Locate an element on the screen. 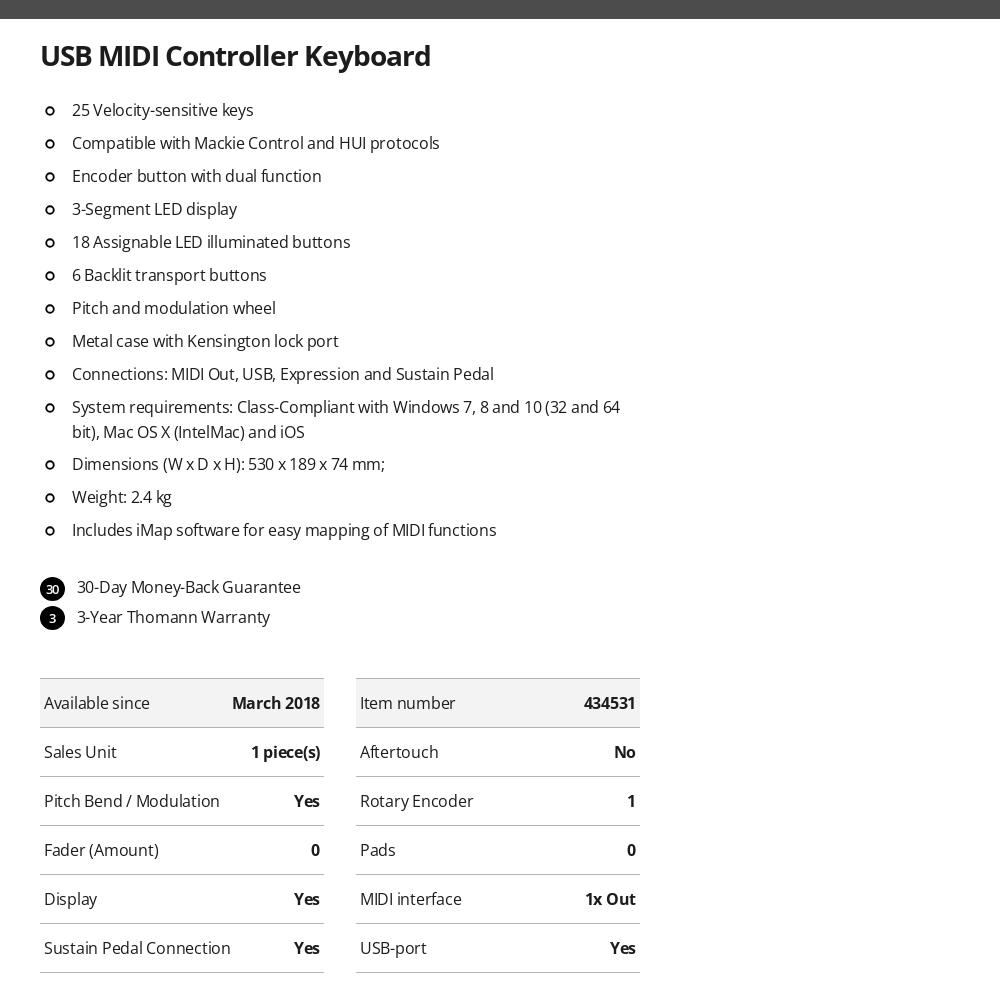 This screenshot has width=1000, height=981. '3-Year Thomann Warranty' is located at coordinates (171, 615).